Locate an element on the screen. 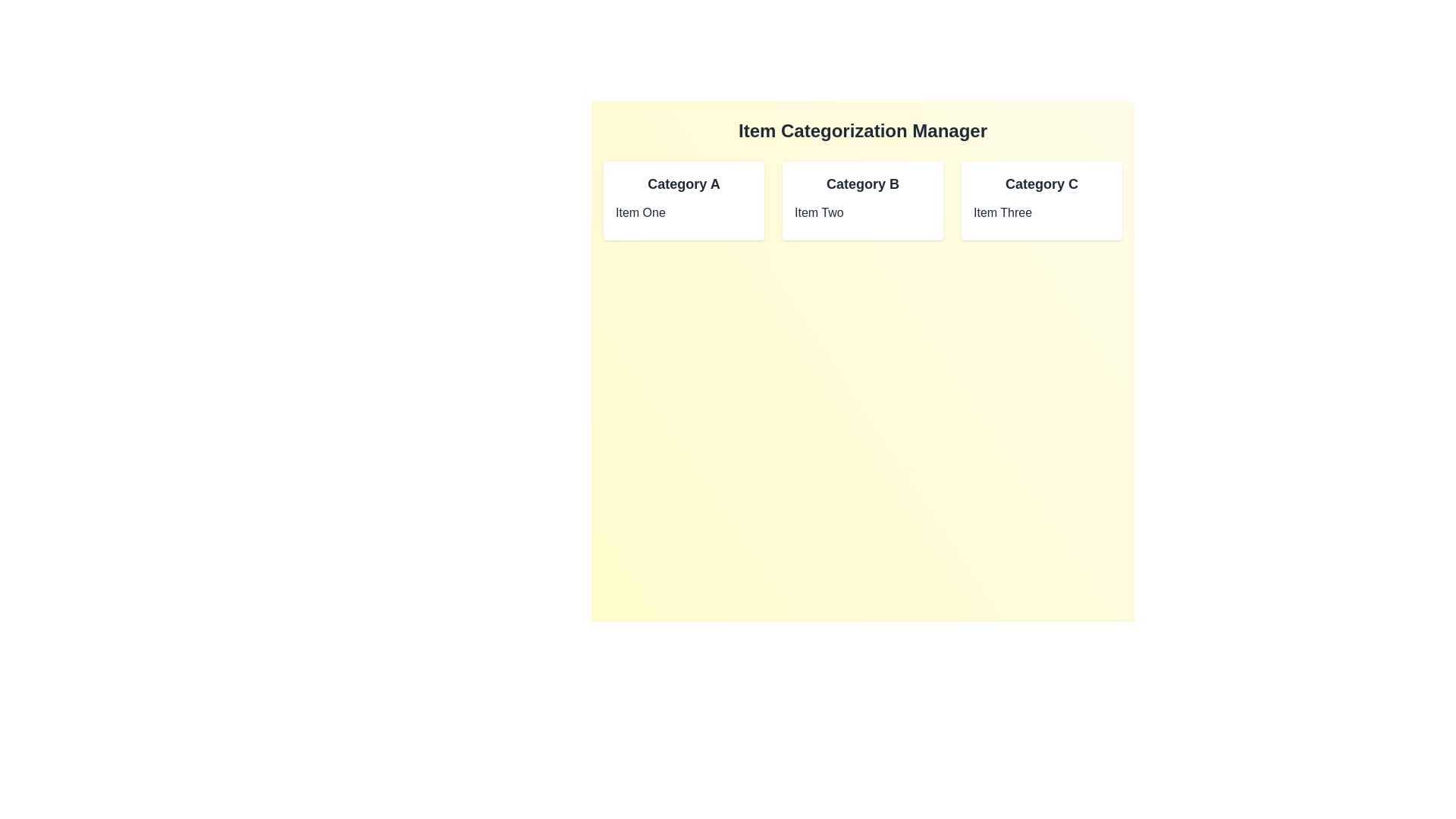 This screenshot has width=1456, height=819. the title of category Category B to inspect its items is located at coordinates (862, 184).